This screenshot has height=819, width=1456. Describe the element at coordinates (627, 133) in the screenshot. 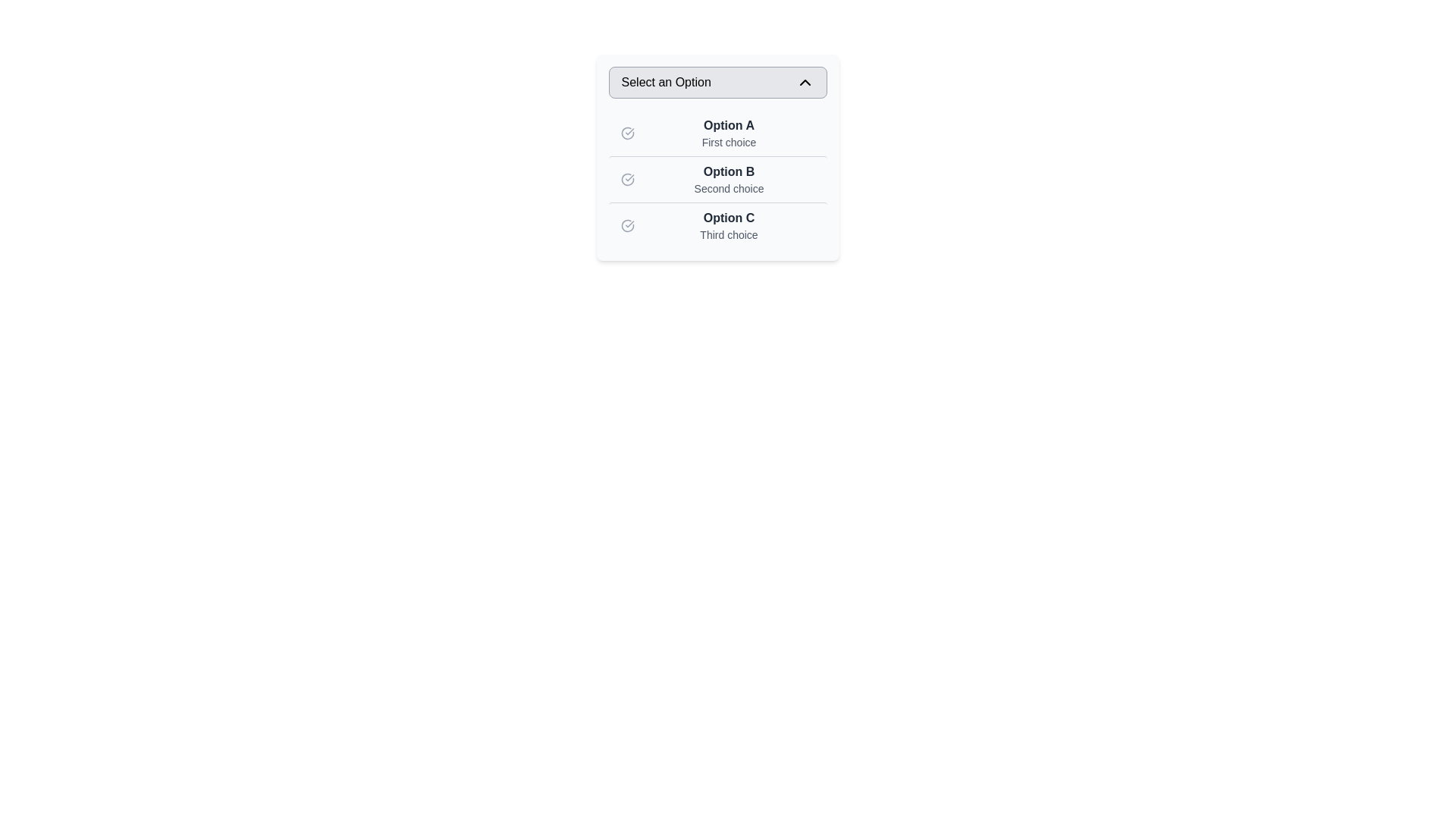

I see `the circular gray icon with a checkmark inside, which is the first icon in the selectable list item labeled 'Option A' with the subtitle 'First choice'` at that location.